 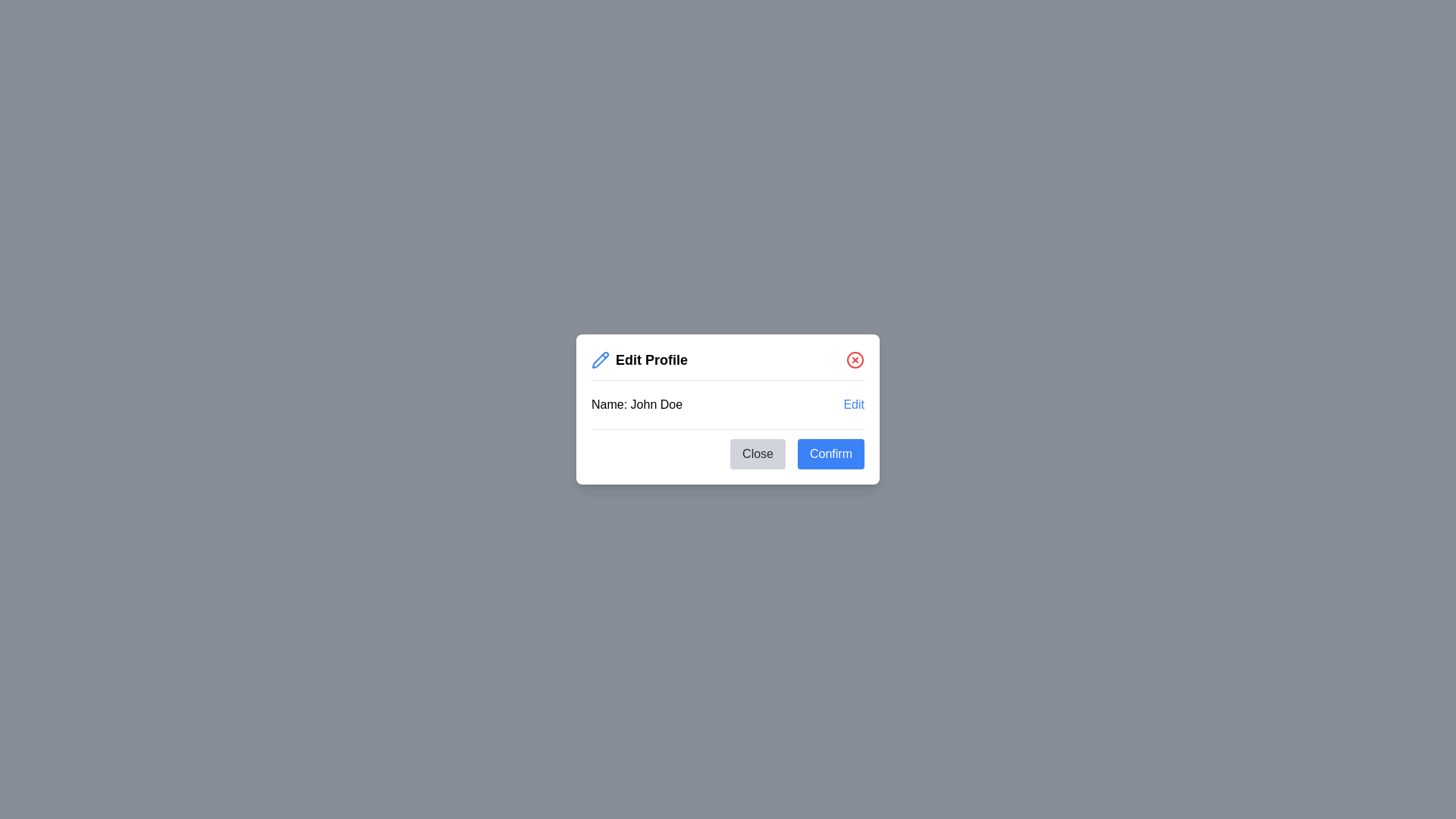 I want to click on the label displaying 'Name: John Doe', located to the left of the 'Edit' button in the pop-up window, so click(x=637, y=403).